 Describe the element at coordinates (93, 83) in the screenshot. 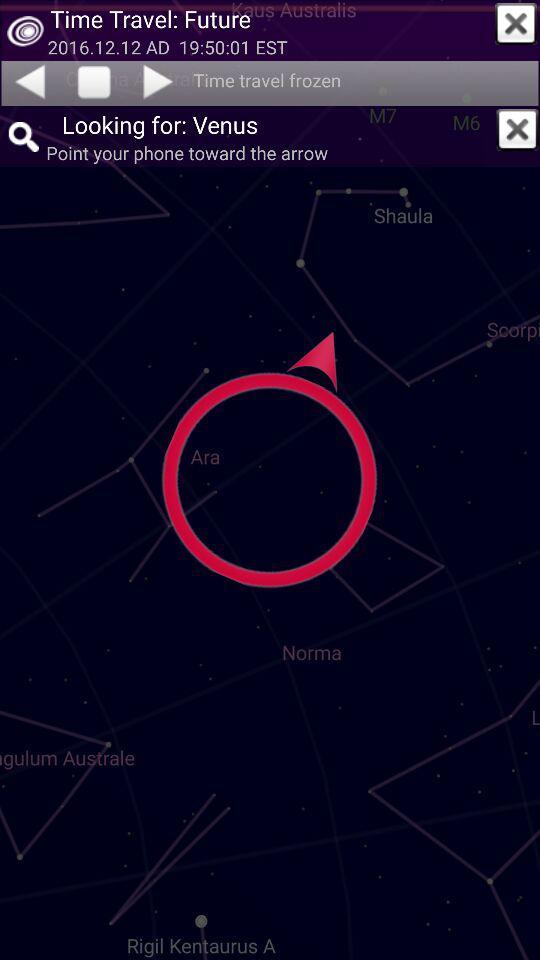

I see `play option` at that location.